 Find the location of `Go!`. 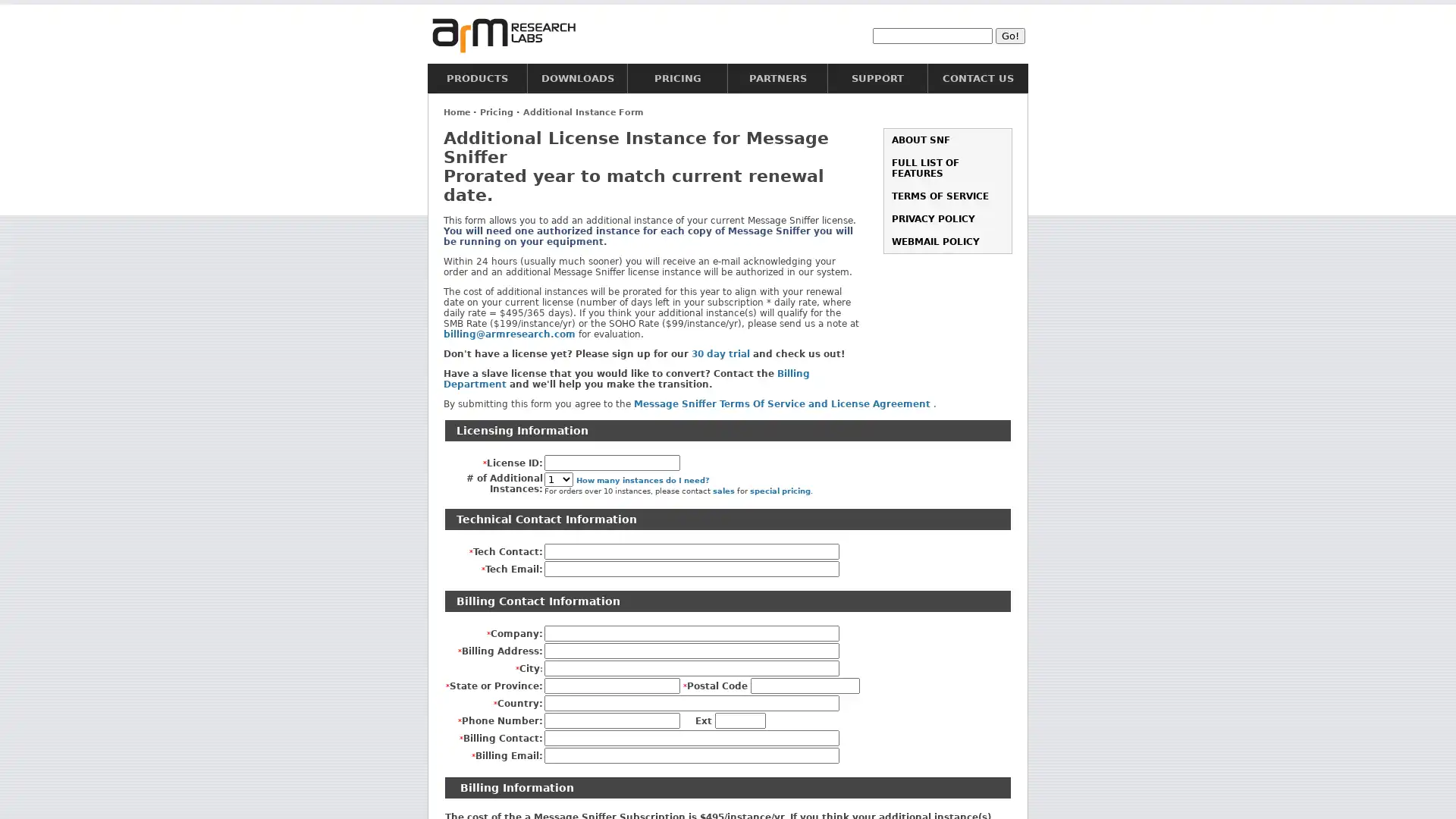

Go! is located at coordinates (1010, 34).